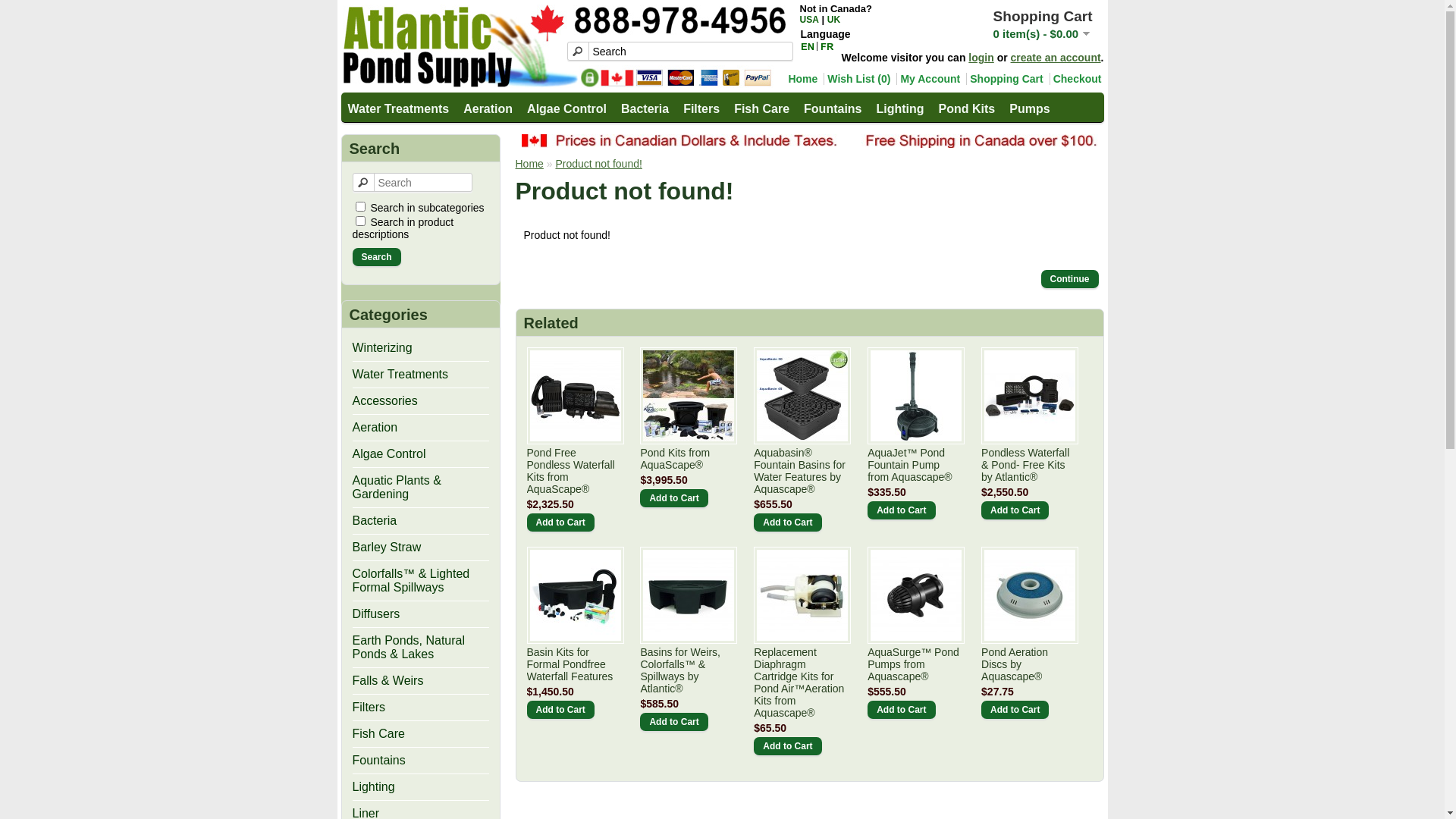  What do you see at coordinates (1055, 57) in the screenshot?
I see `'create an account'` at bounding box center [1055, 57].